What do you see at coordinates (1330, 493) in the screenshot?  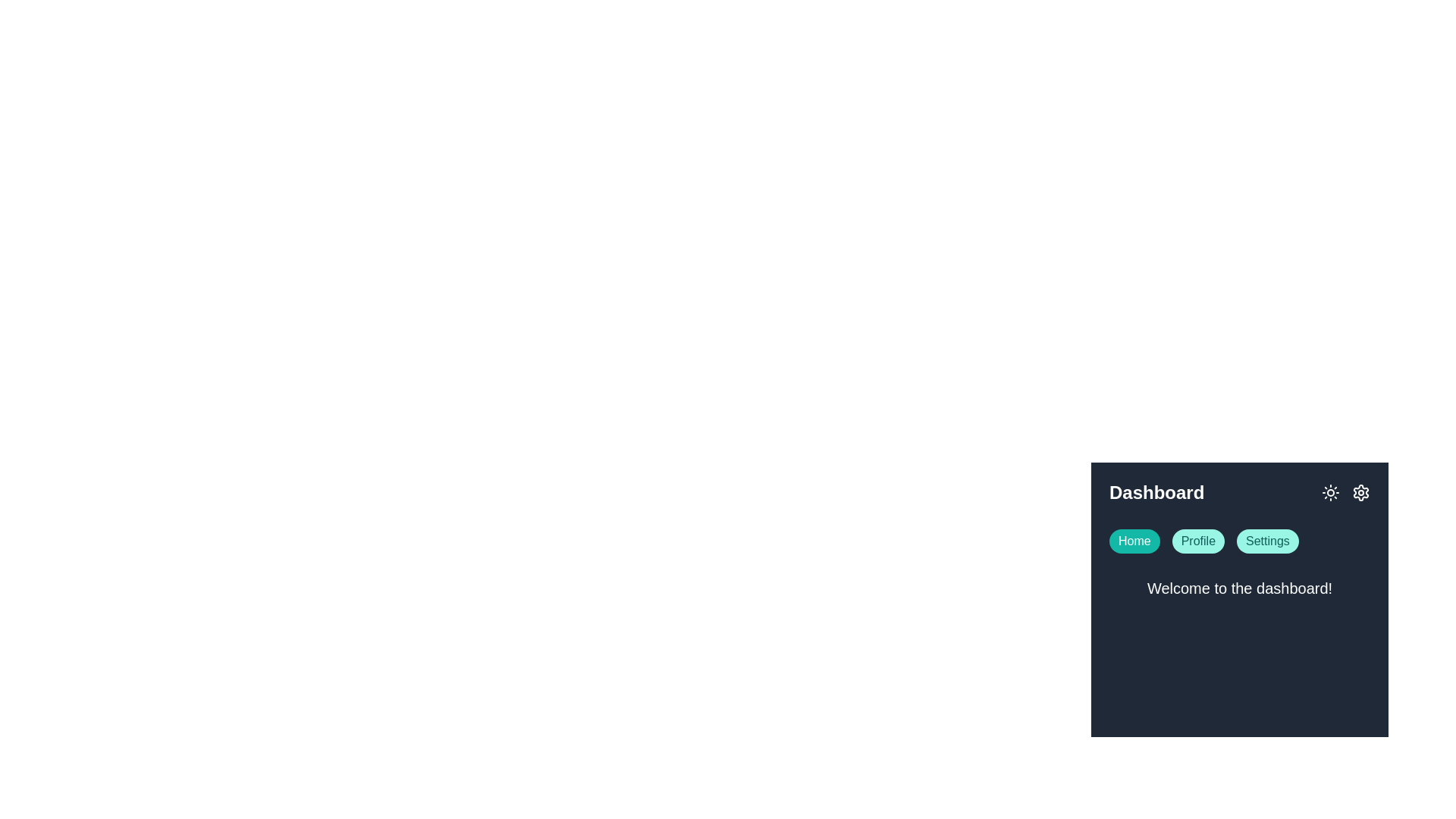 I see `the circular sun-like icon button located at the top-right corner of the dashboard interface` at bounding box center [1330, 493].